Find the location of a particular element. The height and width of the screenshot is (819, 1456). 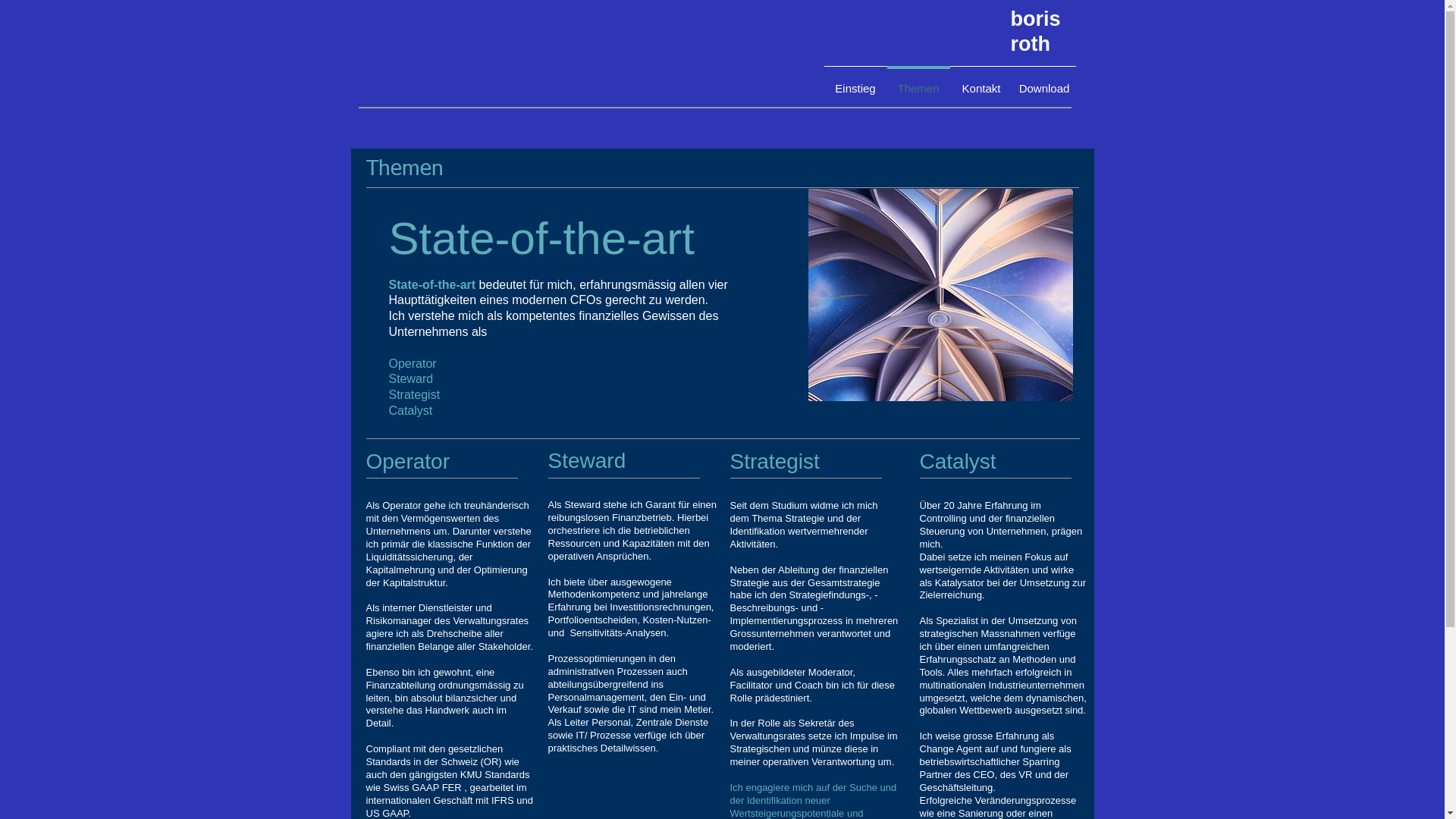

'Download' is located at coordinates (1043, 82).